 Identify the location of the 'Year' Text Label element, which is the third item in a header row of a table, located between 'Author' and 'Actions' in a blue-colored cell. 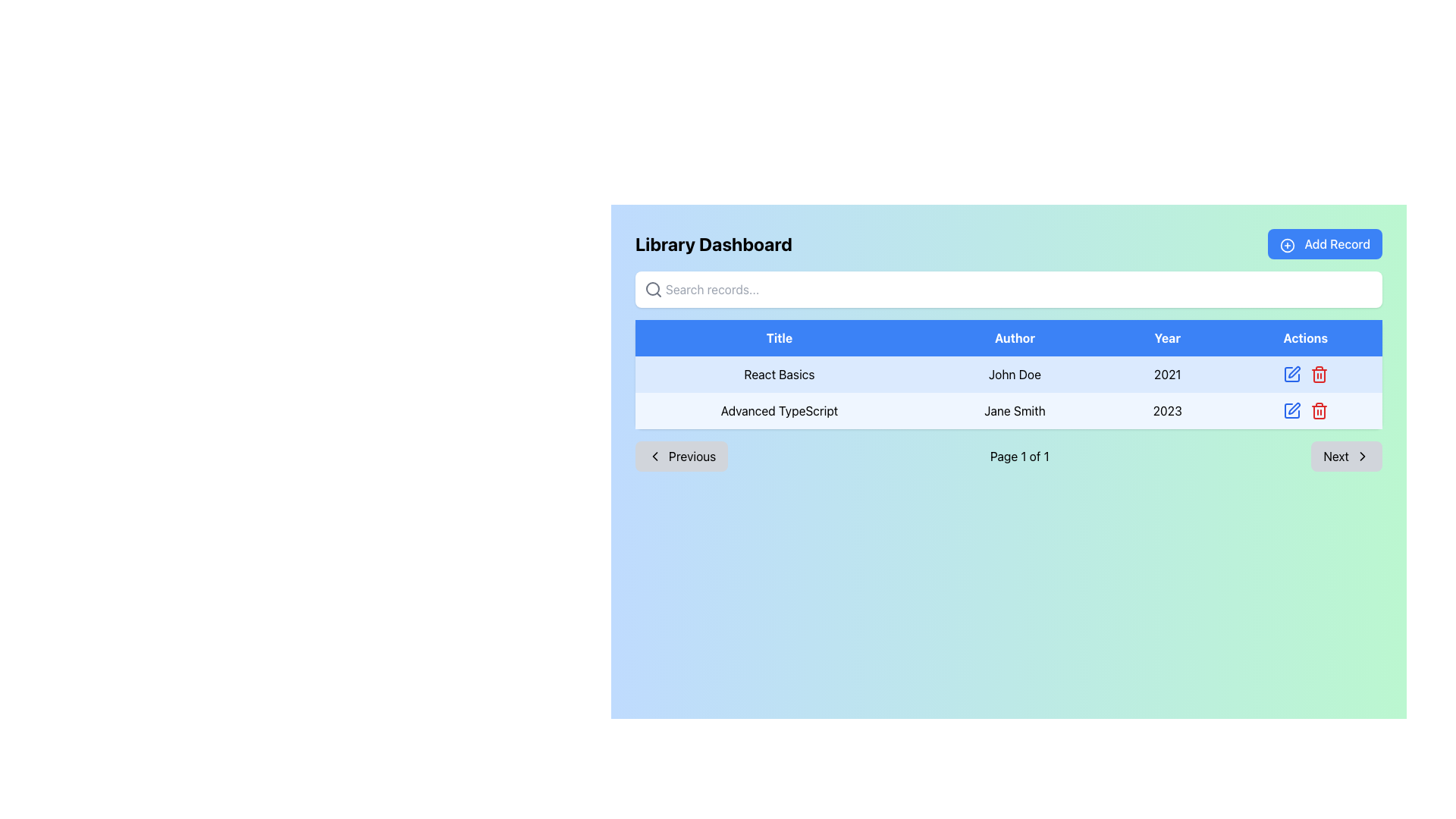
(1166, 337).